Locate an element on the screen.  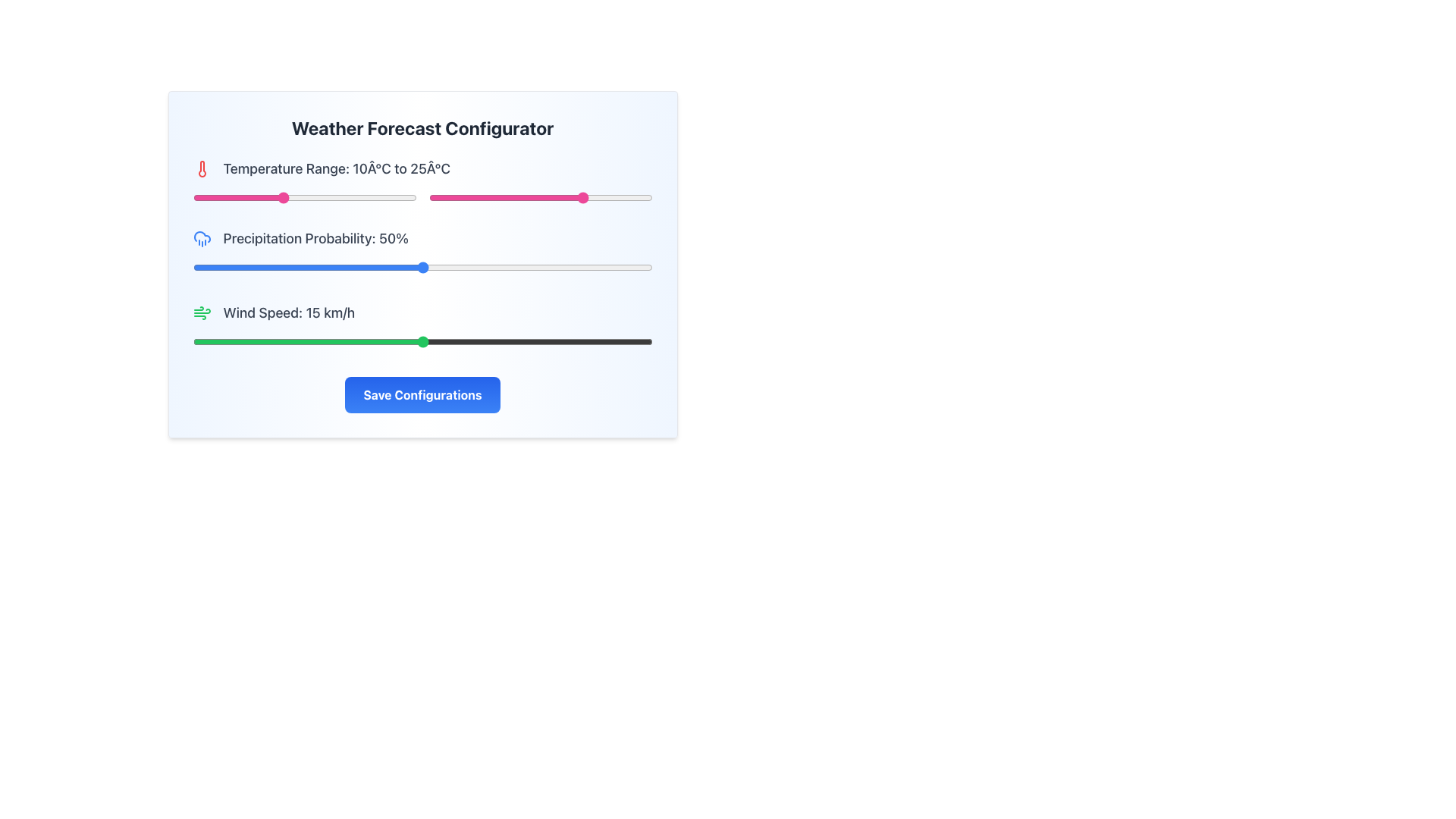
the prominent 'Save Configurations' button with a gradient background below the three sliders is located at coordinates (422, 394).